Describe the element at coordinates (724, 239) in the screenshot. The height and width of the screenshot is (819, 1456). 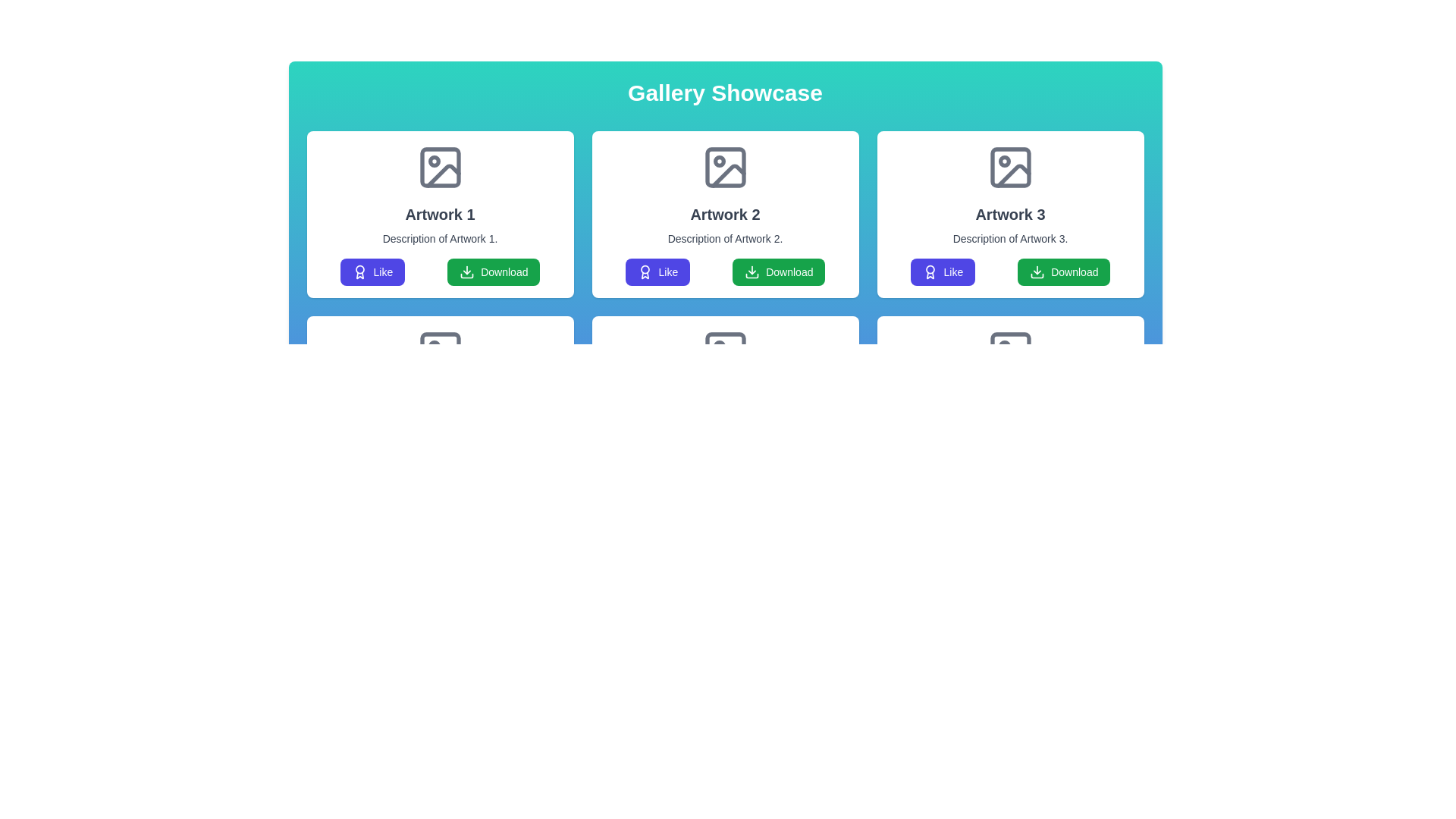
I see `the text label providing a brief description of 'Artwork 2', which is the second textual component directly below the header` at that location.